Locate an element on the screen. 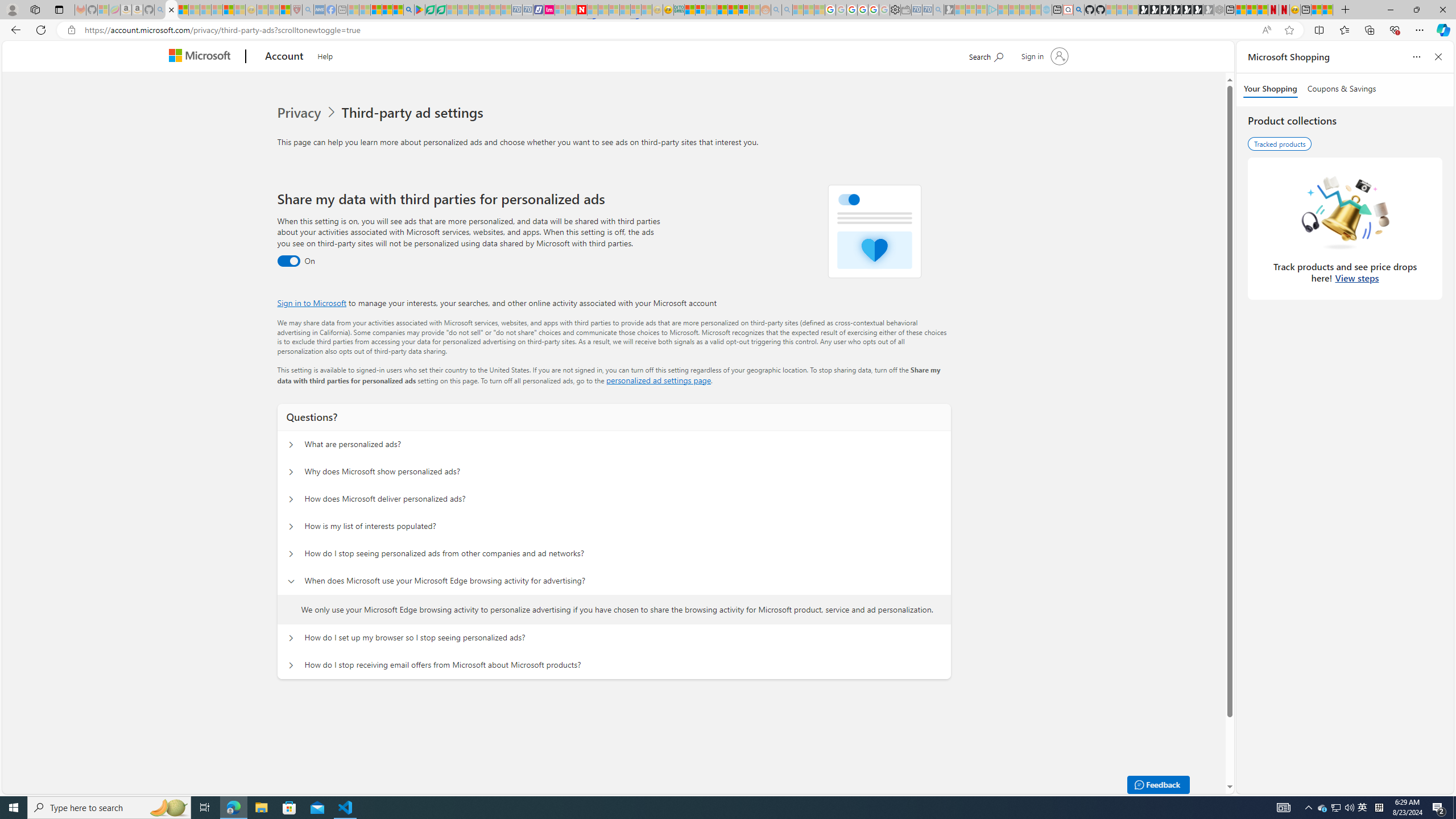  'github - Search' is located at coordinates (1078, 9).